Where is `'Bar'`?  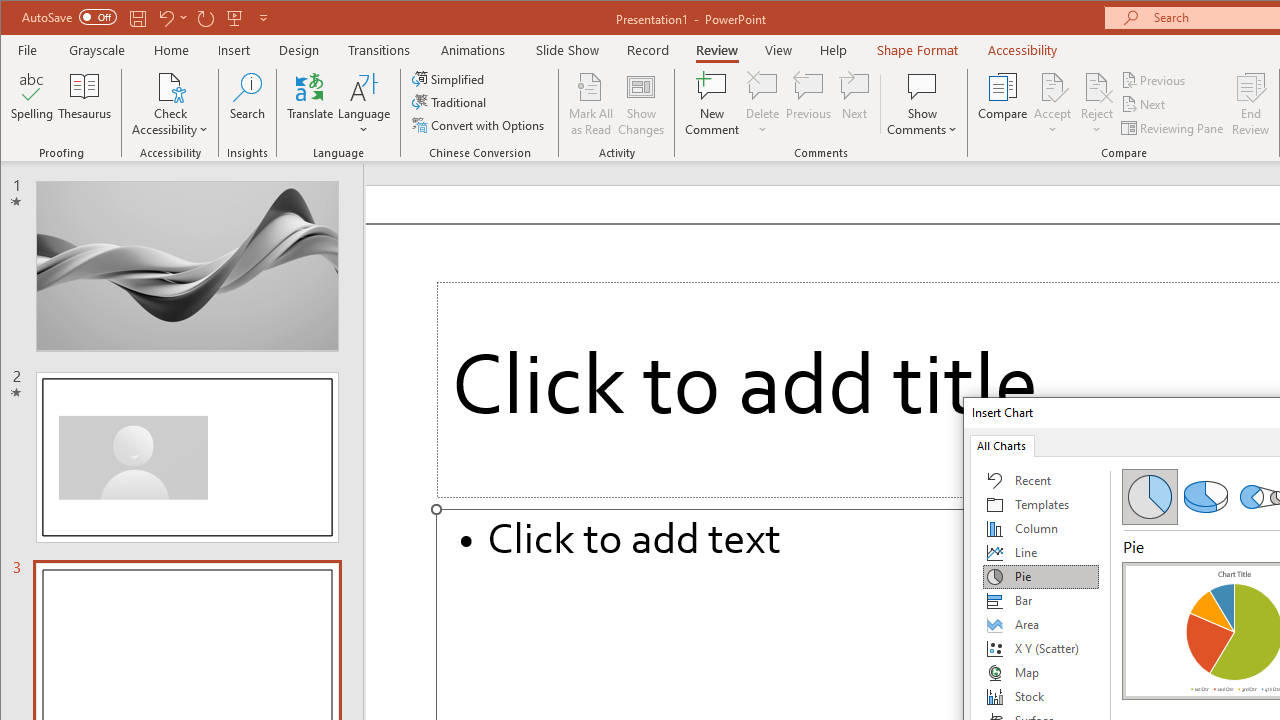
'Bar' is located at coordinates (1040, 599).